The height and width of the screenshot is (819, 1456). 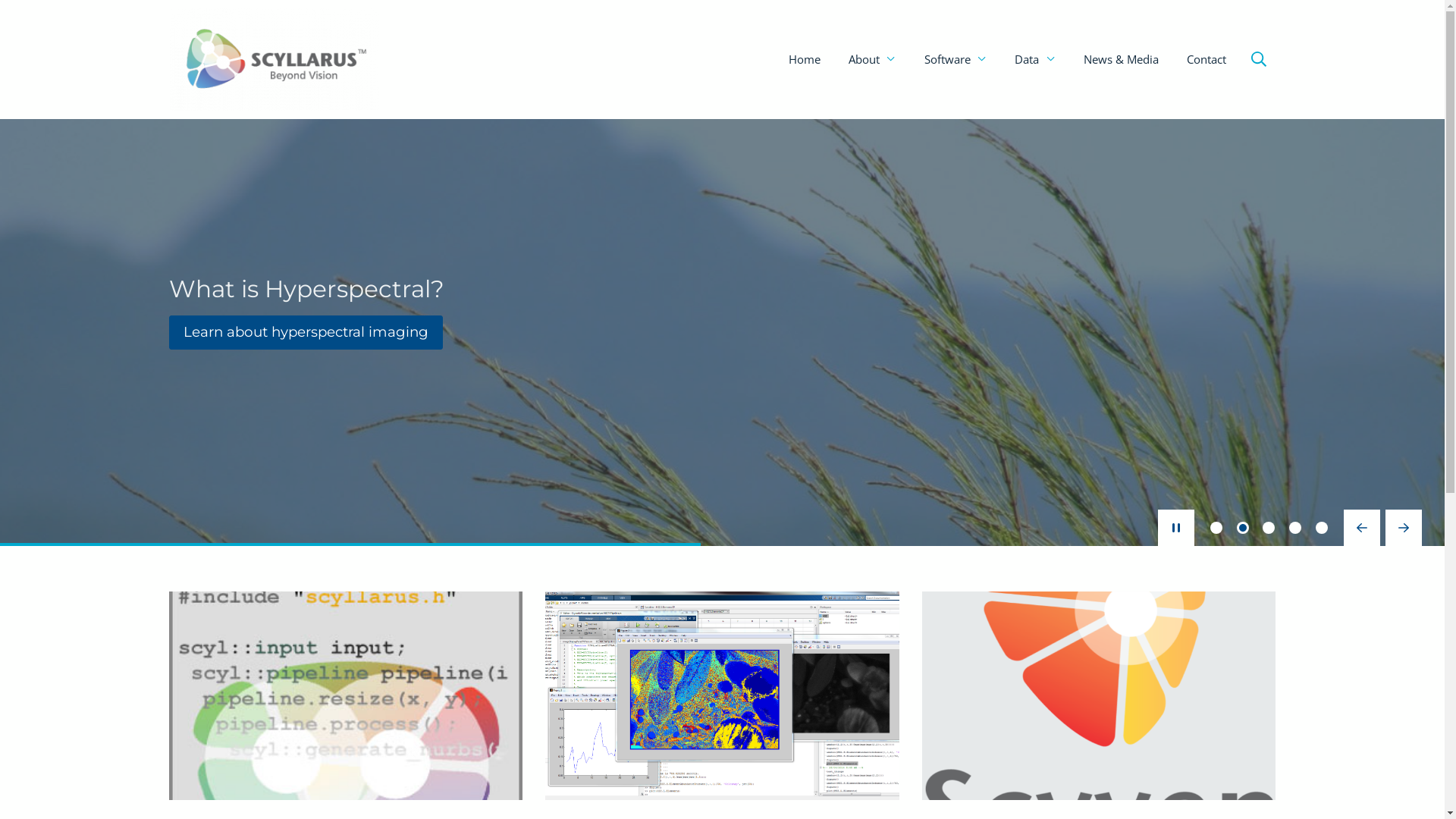 What do you see at coordinates (1121, 58) in the screenshot?
I see `'News & Media'` at bounding box center [1121, 58].